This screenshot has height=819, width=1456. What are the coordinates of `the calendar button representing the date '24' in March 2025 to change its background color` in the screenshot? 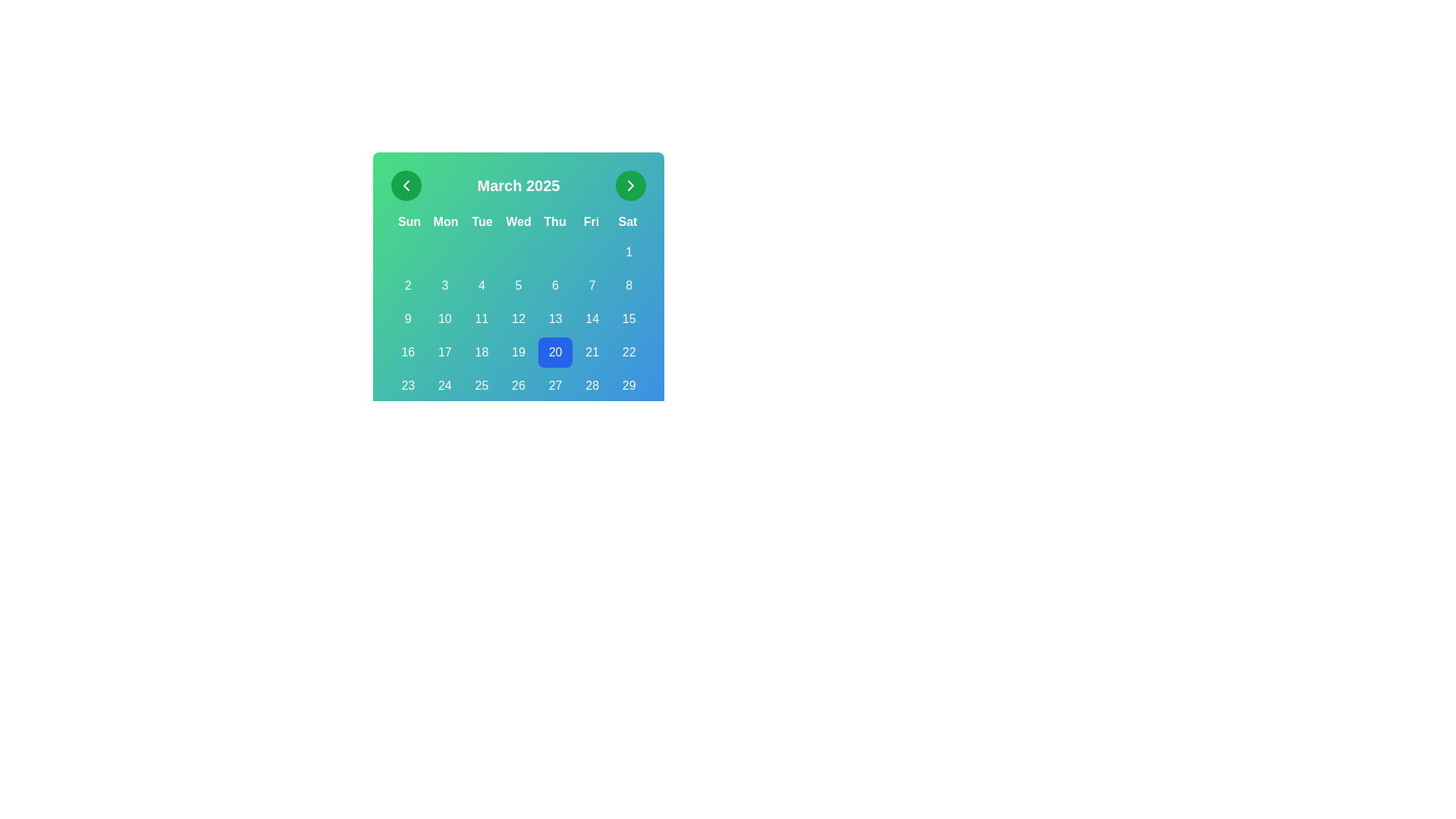 It's located at (444, 385).